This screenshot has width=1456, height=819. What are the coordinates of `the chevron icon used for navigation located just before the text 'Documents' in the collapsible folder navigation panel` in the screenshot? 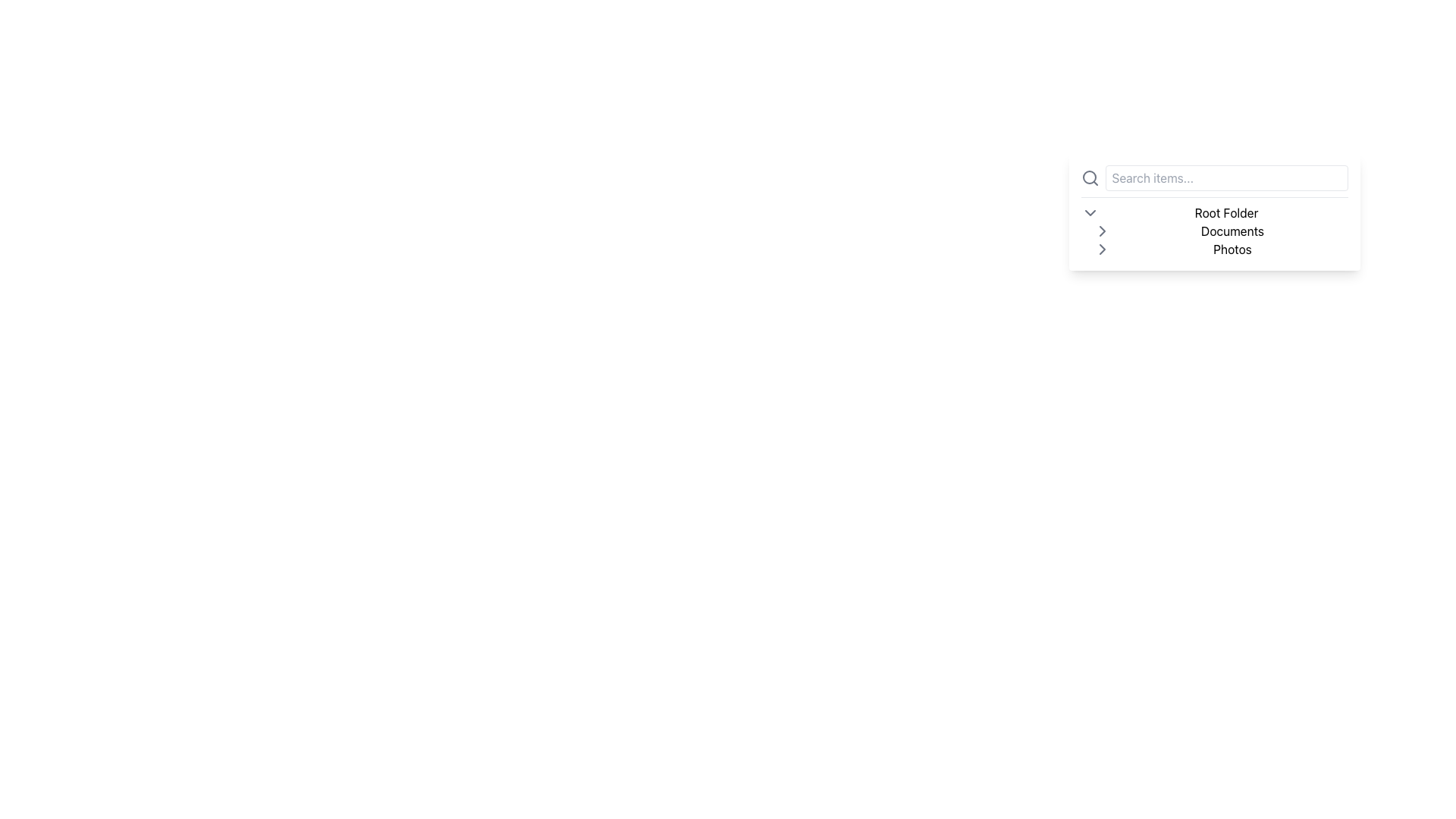 It's located at (1102, 231).